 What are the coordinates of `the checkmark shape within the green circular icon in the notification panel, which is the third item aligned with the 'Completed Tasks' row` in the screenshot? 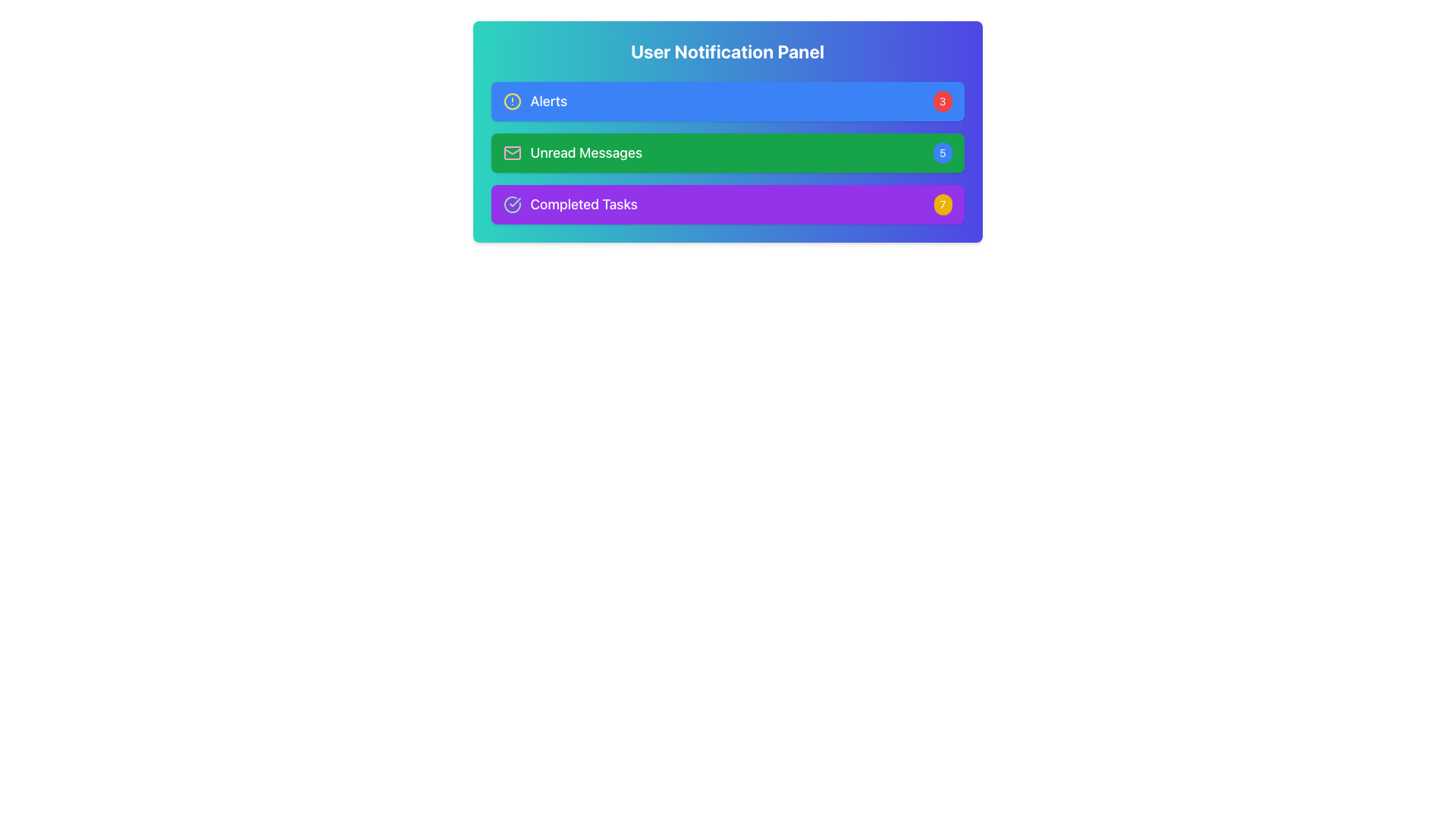 It's located at (514, 201).